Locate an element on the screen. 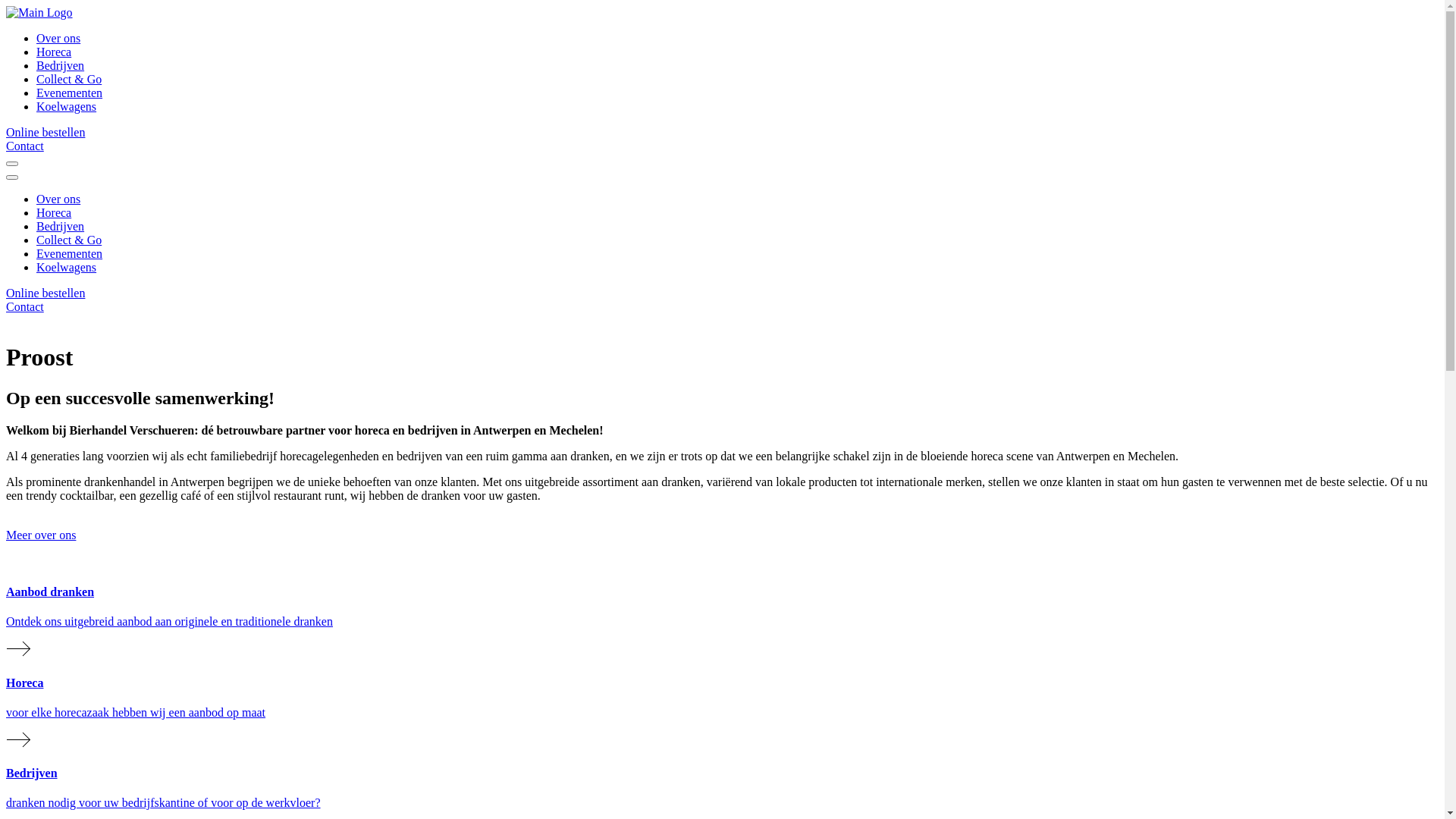  'Horeca' is located at coordinates (36, 51).